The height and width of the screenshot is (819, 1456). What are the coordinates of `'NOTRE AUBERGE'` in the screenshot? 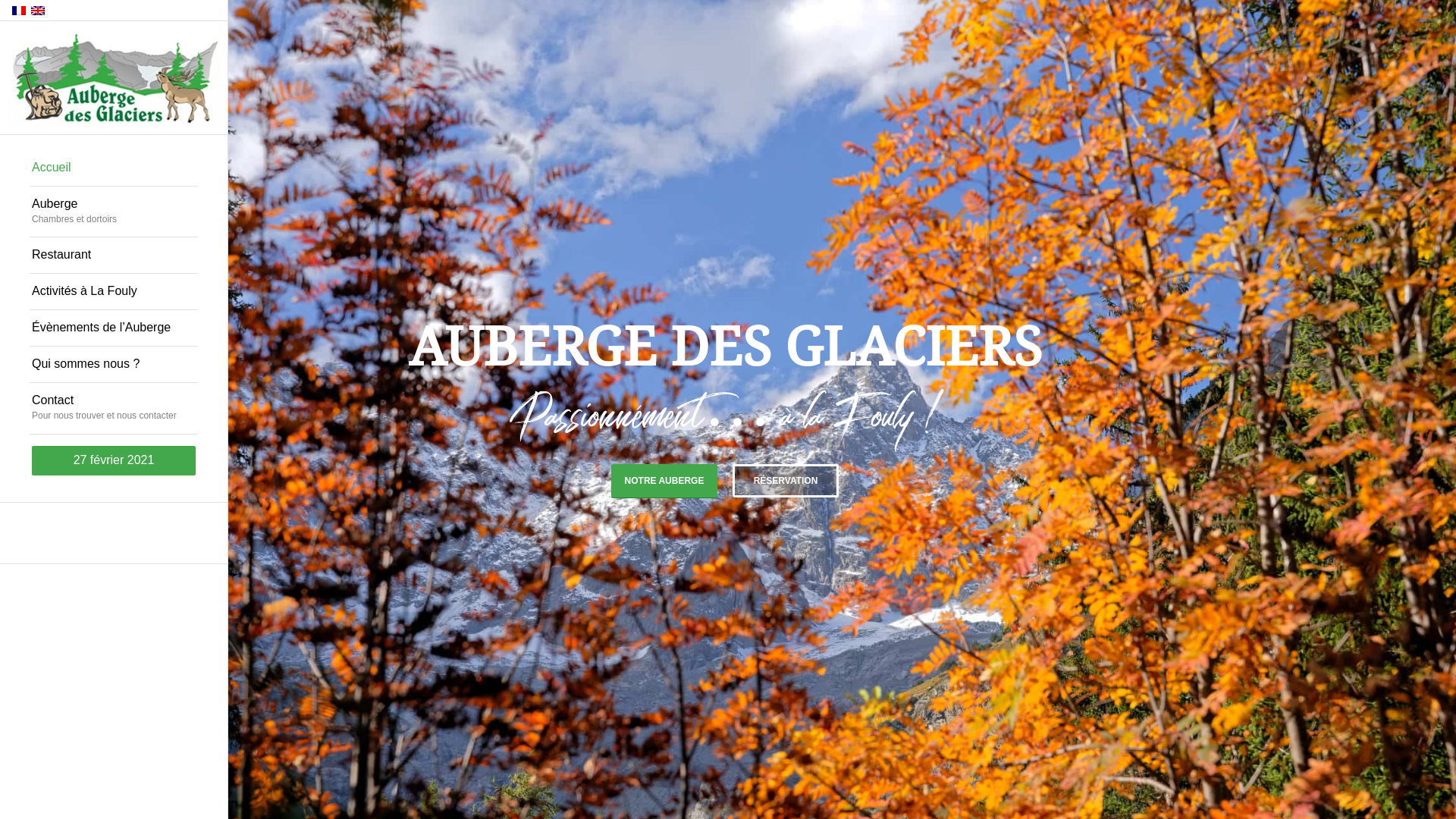 It's located at (611, 481).